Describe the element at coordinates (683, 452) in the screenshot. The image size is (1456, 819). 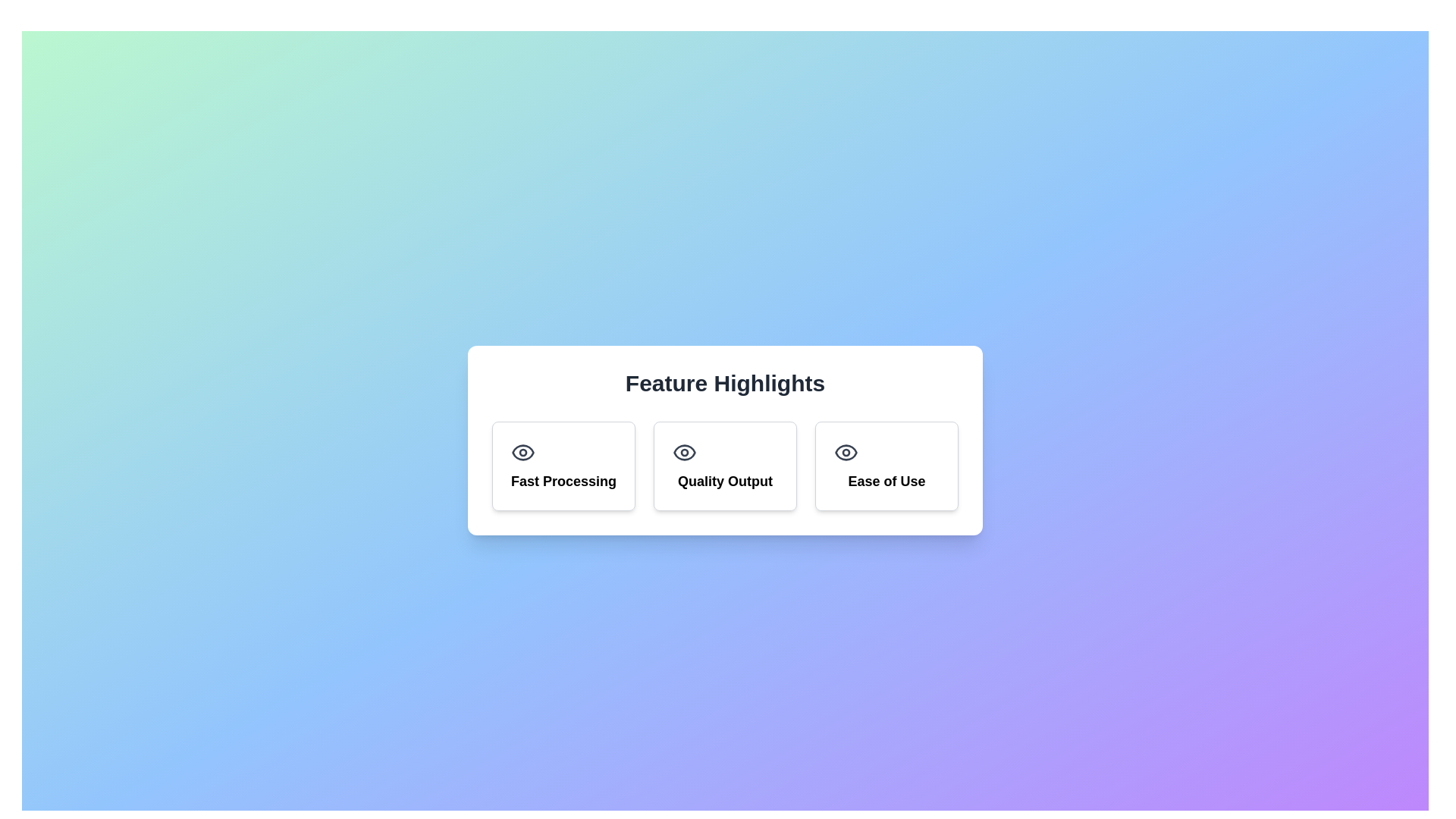
I see `the eye icon representing 'Quality Output' in the central card of the feature highlights section, located below the text 'Feature Highlights'` at that location.